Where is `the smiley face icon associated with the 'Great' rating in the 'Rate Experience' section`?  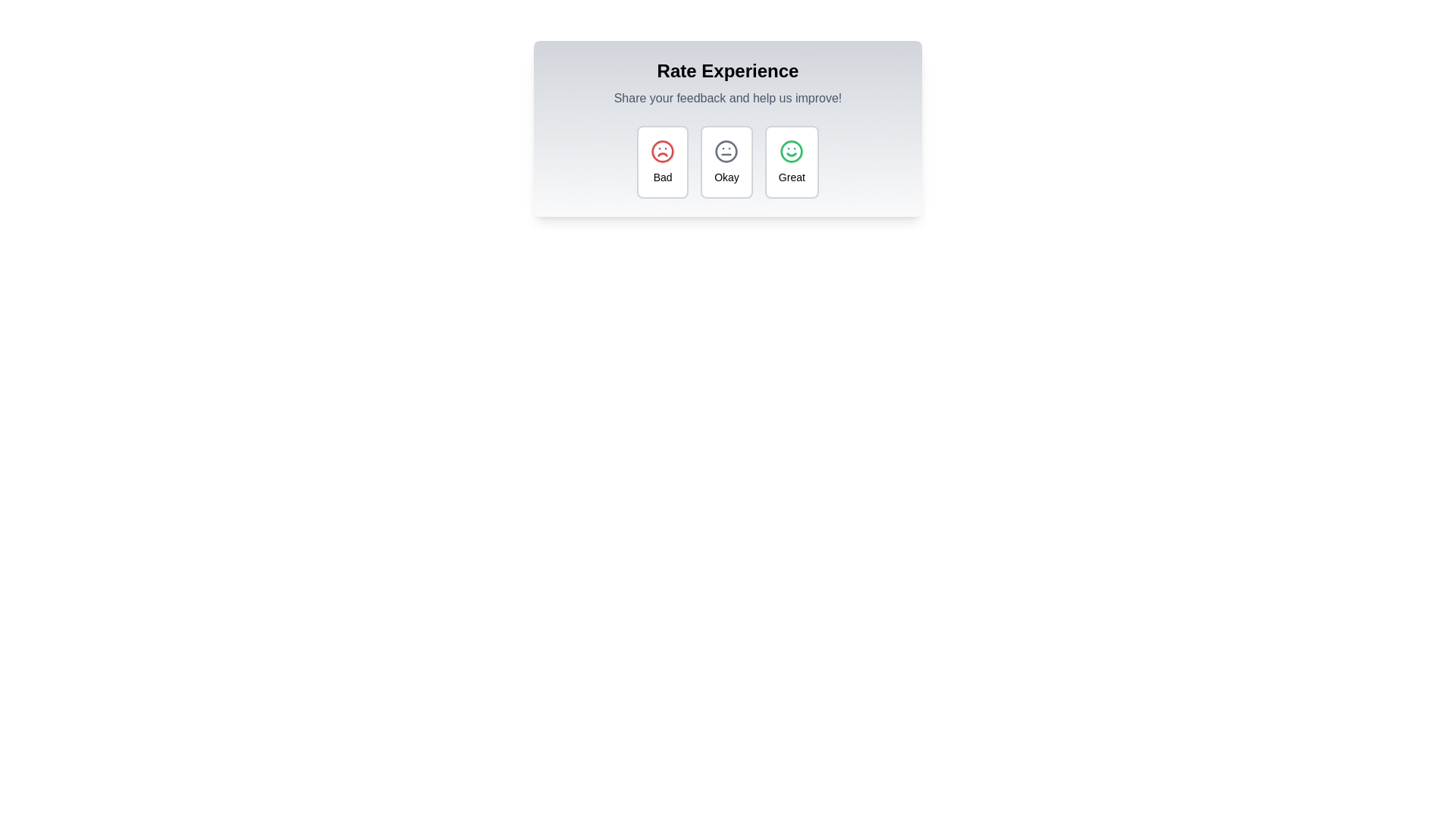 the smiley face icon associated with the 'Great' rating in the 'Rate Experience' section is located at coordinates (791, 152).